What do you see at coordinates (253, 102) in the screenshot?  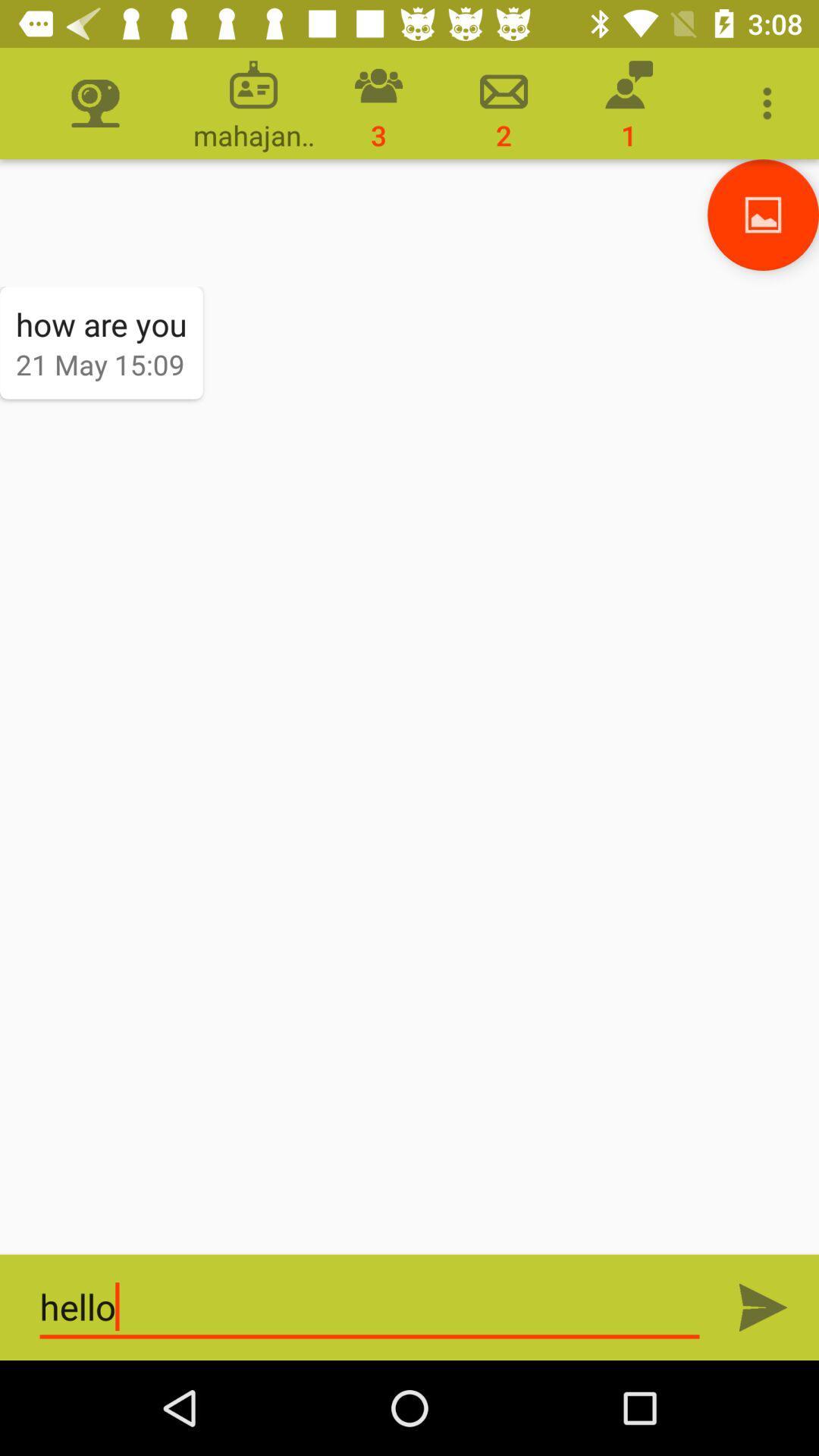 I see `the id icon and the word which is below it` at bounding box center [253, 102].